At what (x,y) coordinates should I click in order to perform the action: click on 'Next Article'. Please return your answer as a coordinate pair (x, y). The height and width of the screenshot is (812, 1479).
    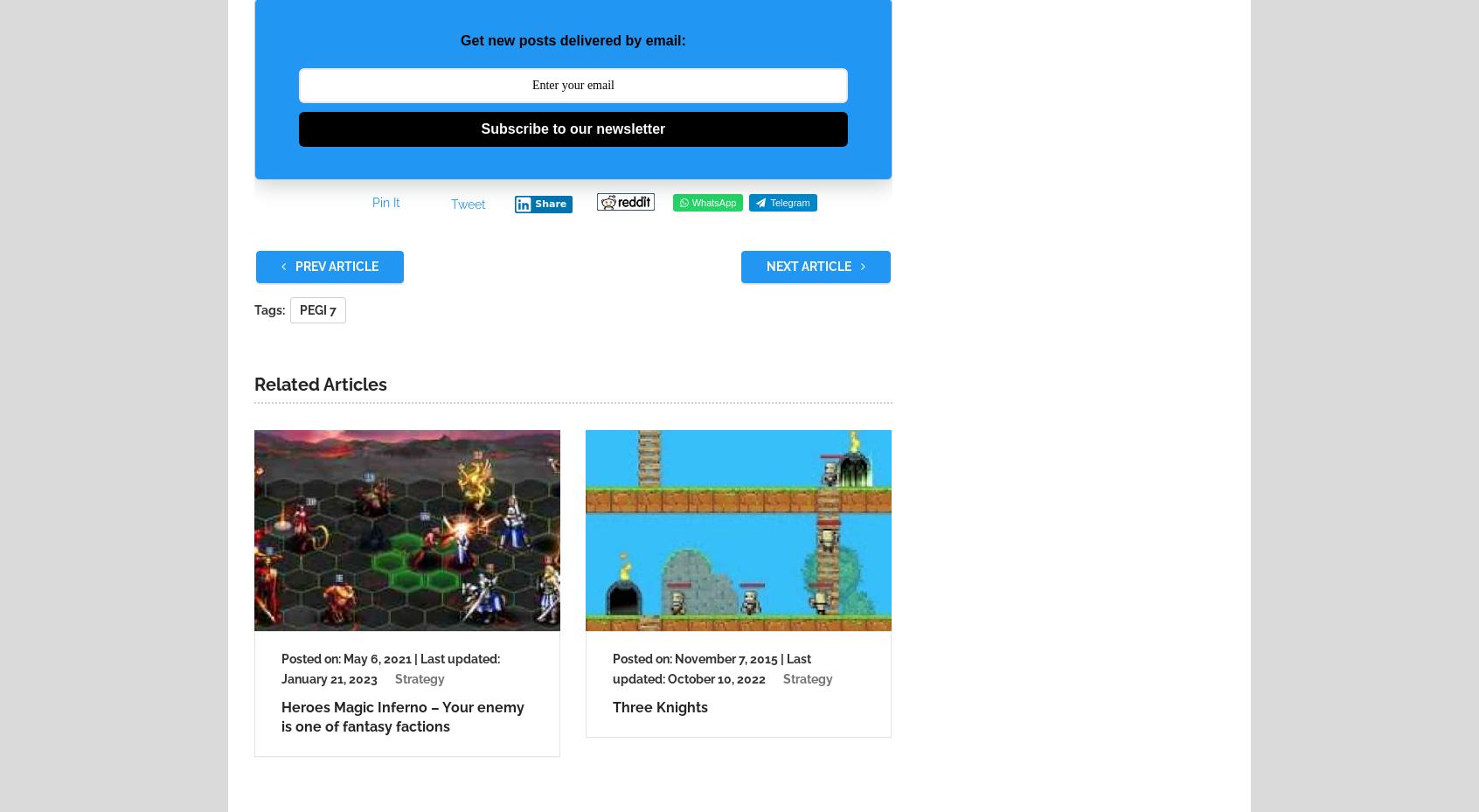
    Looking at the image, I should click on (764, 265).